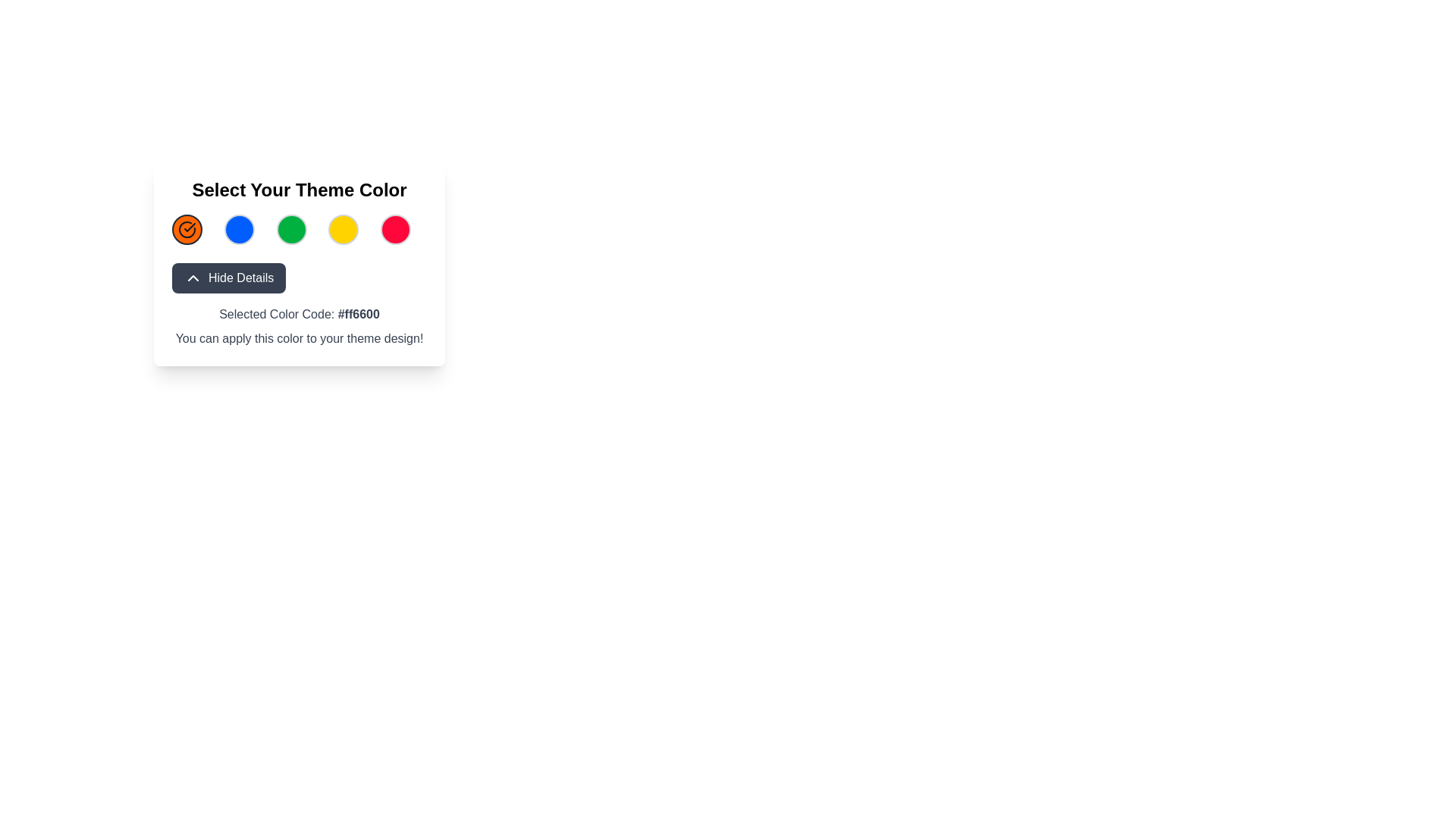  What do you see at coordinates (186, 230) in the screenshot?
I see `the circular button icon with a checkmark inside it, located at the top-left of the color options under 'Select Your Theme Color.'` at bounding box center [186, 230].